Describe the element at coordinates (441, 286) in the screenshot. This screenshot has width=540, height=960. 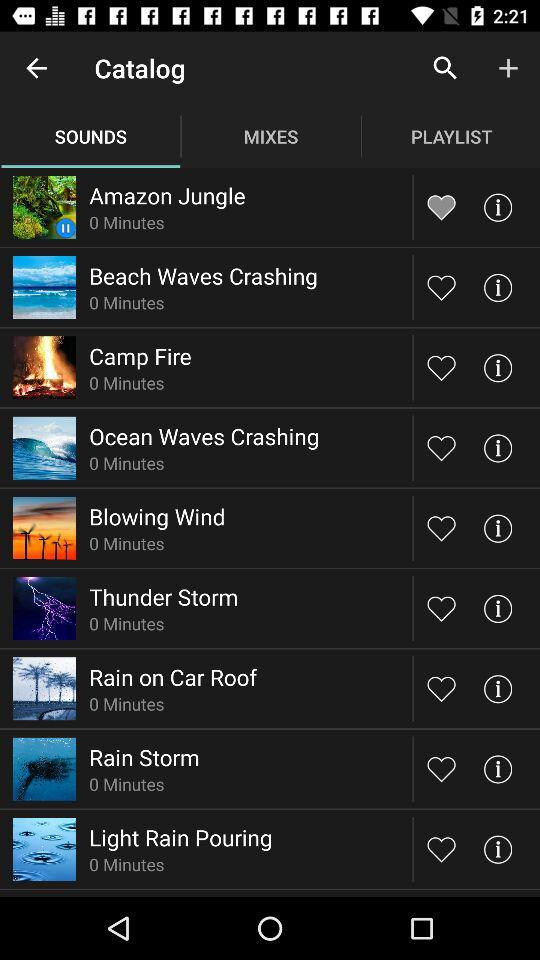
I see `like` at that location.